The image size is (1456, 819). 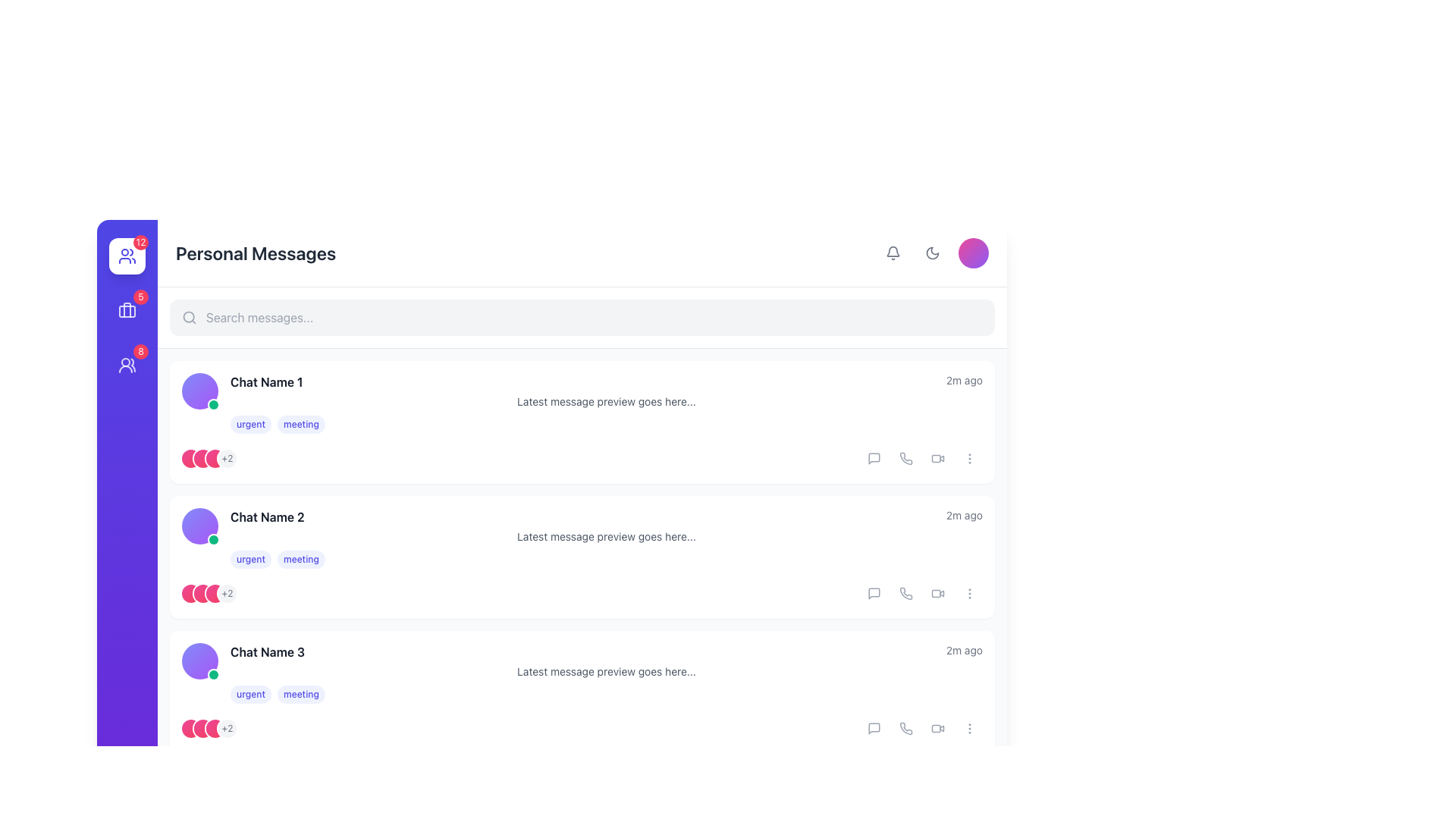 I want to click on the call button located in the third row of the chat list interface, positioned on the right side between the speech bubble icon and the video camera icon, to change its appearance, so click(x=906, y=593).